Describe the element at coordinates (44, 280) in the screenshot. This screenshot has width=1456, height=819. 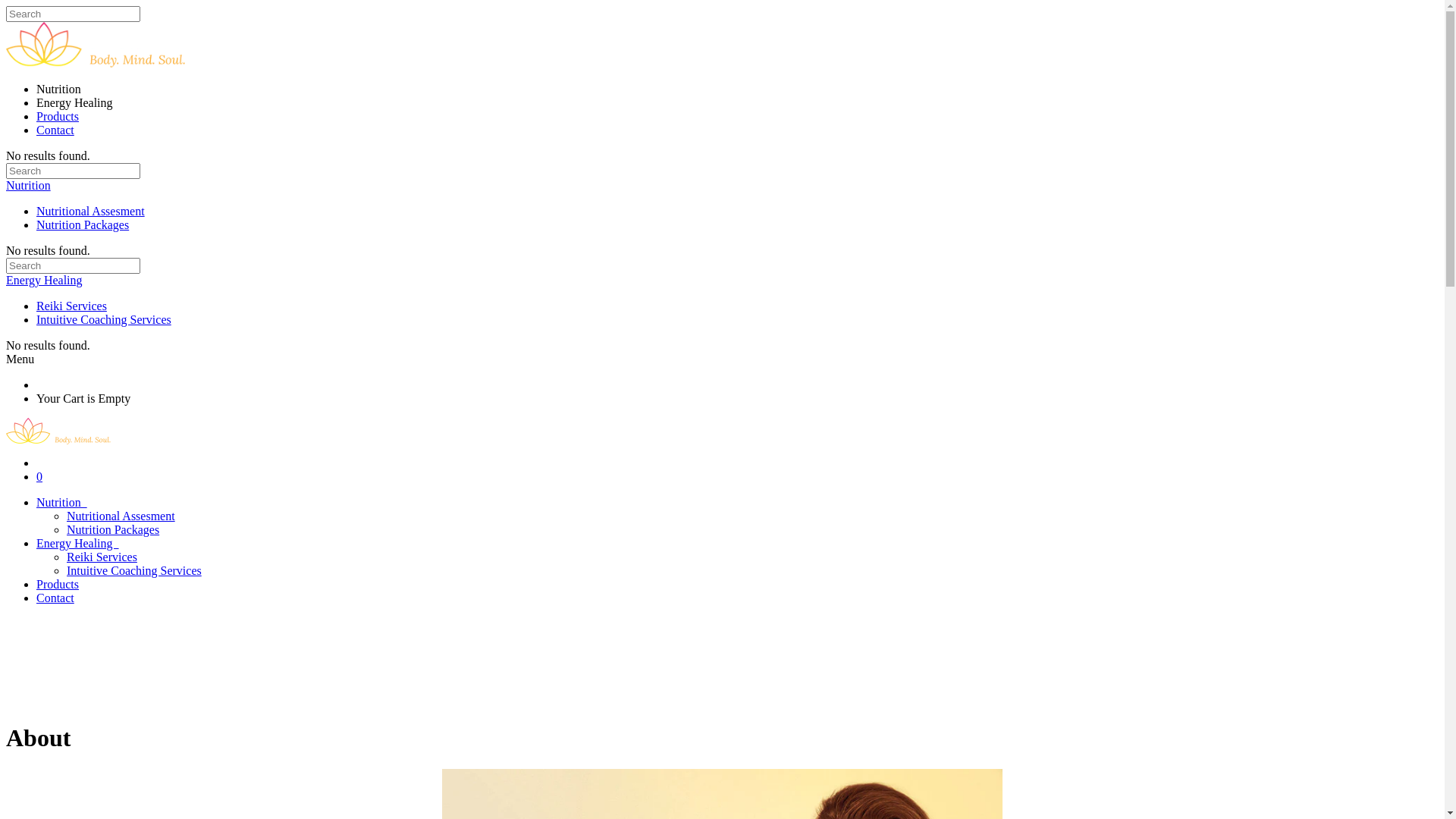
I see `'Energy Healing'` at that location.